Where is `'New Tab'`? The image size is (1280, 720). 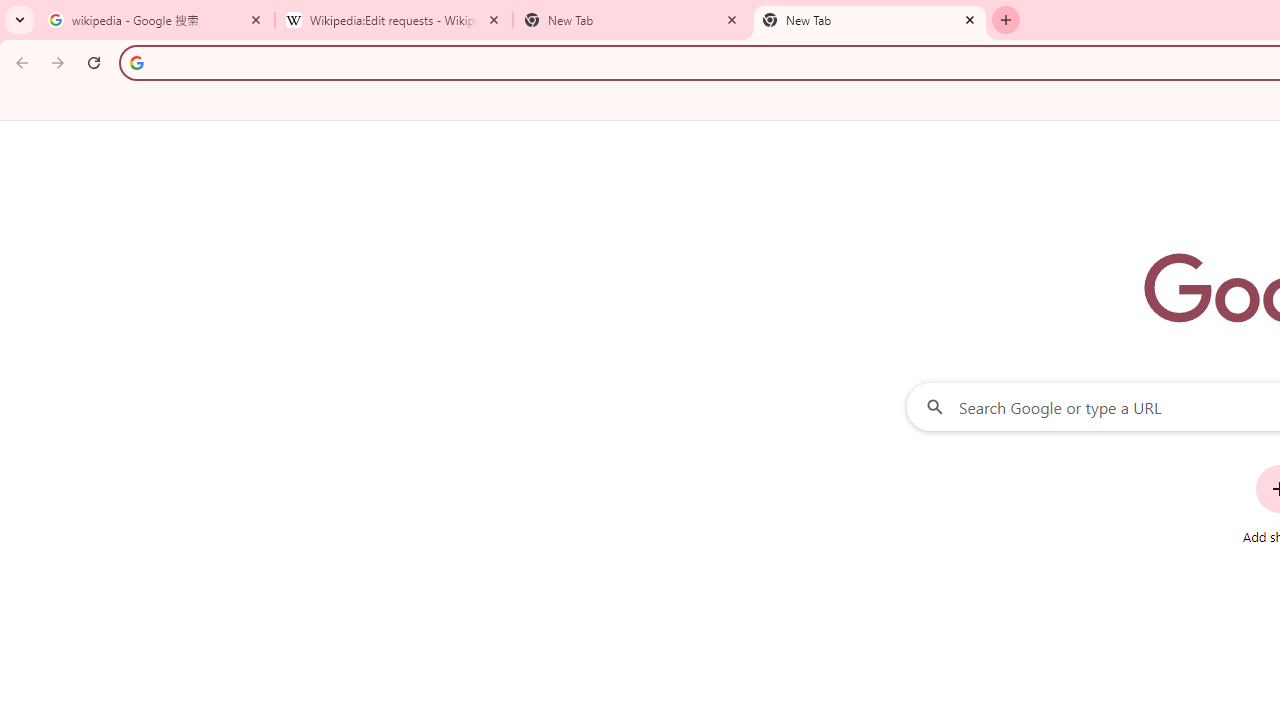
'New Tab' is located at coordinates (870, 20).